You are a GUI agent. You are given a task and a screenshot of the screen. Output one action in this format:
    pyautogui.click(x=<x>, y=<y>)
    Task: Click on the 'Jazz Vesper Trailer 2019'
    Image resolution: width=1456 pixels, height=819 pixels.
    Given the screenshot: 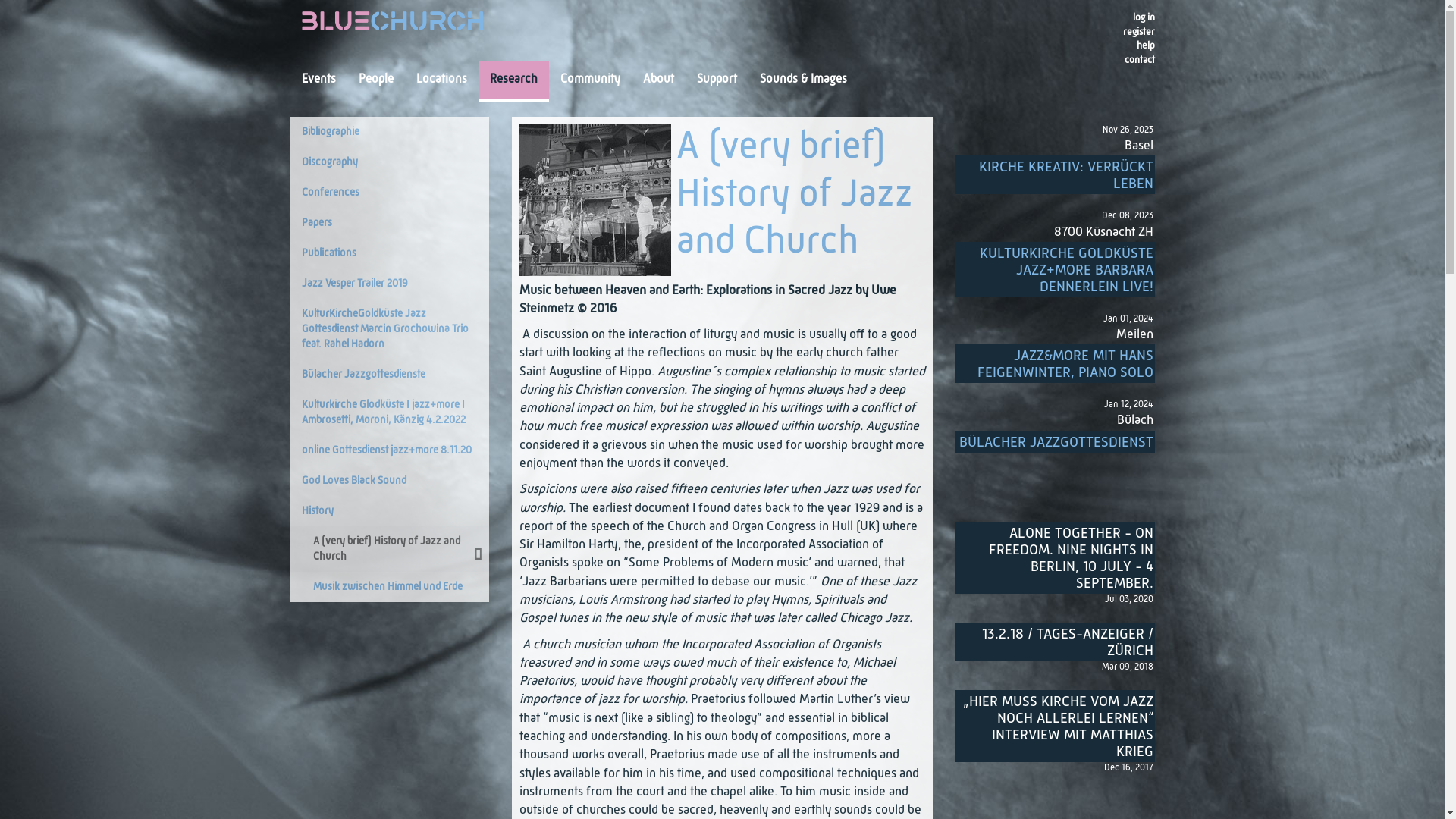 What is the action you would take?
    pyautogui.click(x=389, y=284)
    